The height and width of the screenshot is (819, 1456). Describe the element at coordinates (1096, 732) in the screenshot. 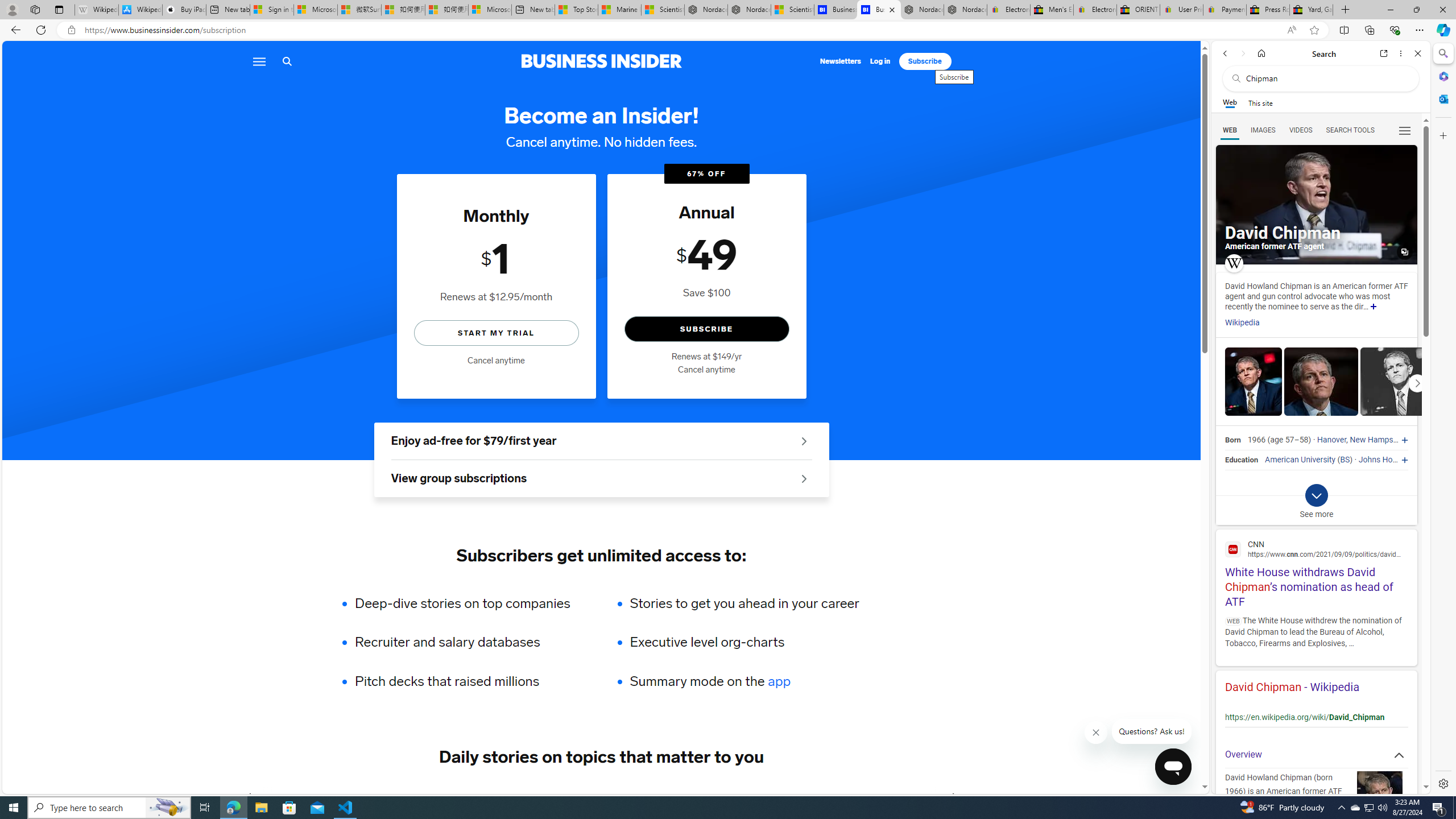

I see `'Class: sc-1uf0igr-1 fjHZYk'` at that location.